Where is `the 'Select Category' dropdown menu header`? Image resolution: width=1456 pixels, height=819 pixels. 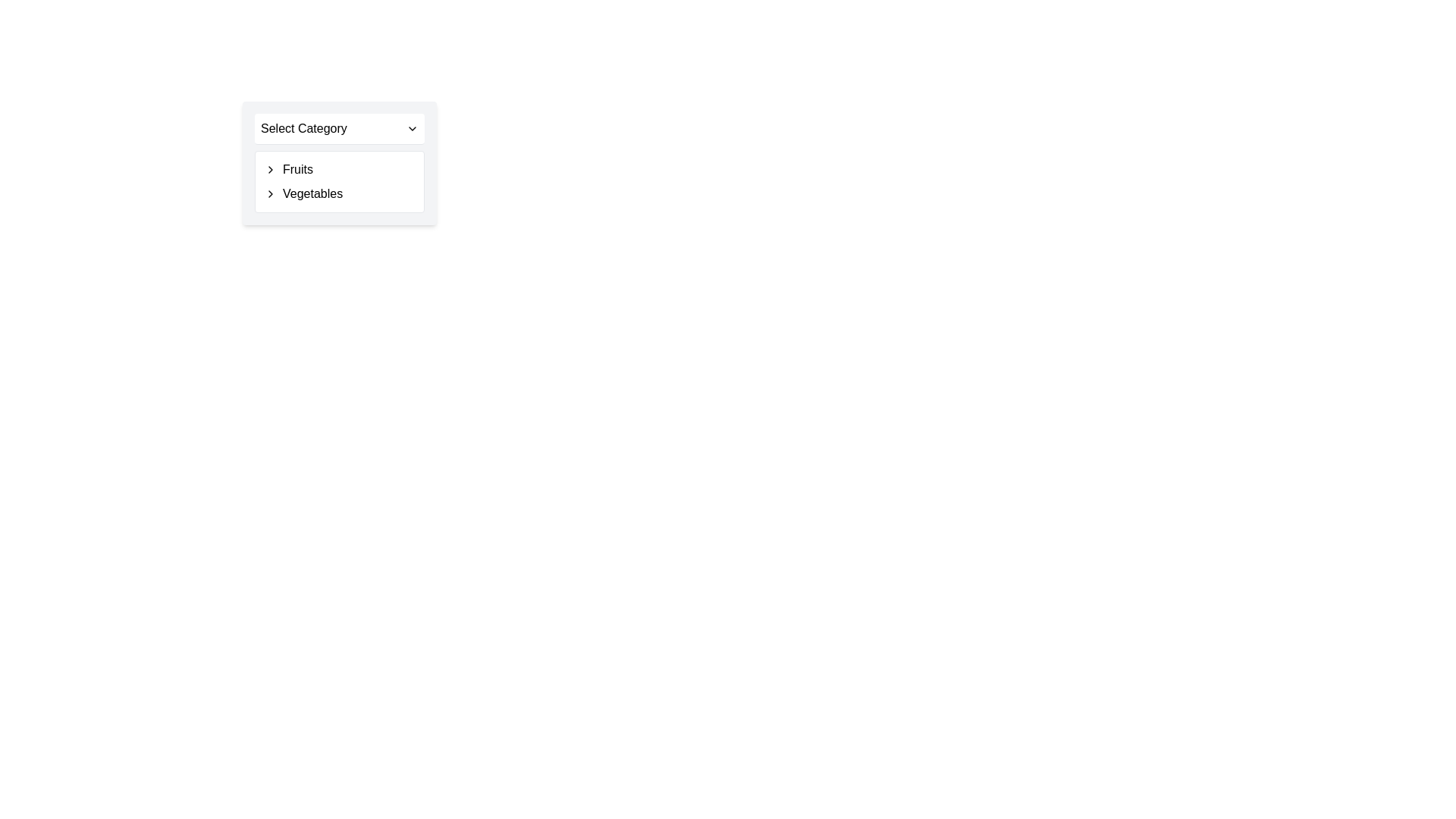
the 'Select Category' dropdown menu header is located at coordinates (338, 127).